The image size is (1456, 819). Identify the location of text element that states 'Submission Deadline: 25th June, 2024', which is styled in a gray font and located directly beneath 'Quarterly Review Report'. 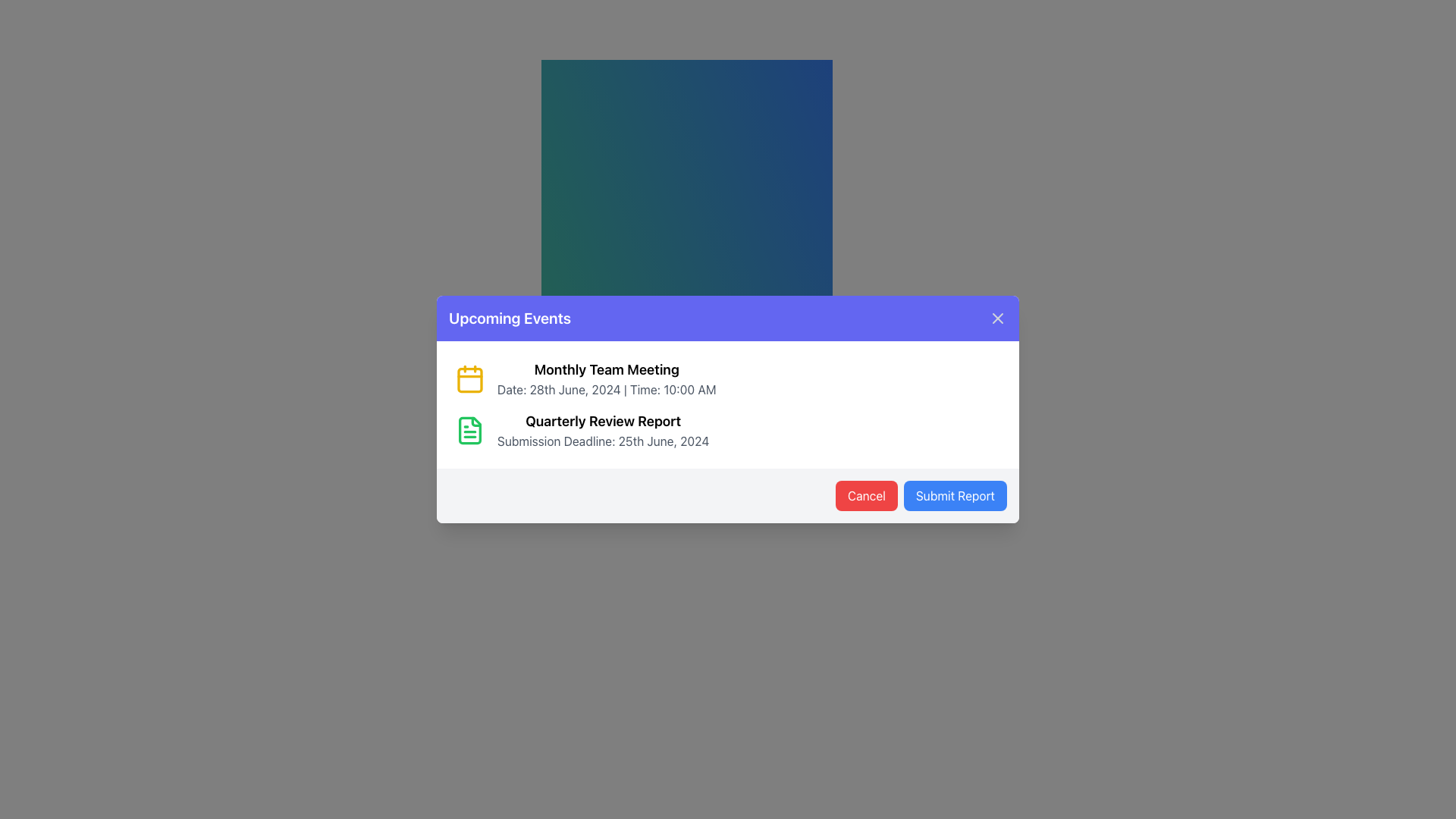
(602, 441).